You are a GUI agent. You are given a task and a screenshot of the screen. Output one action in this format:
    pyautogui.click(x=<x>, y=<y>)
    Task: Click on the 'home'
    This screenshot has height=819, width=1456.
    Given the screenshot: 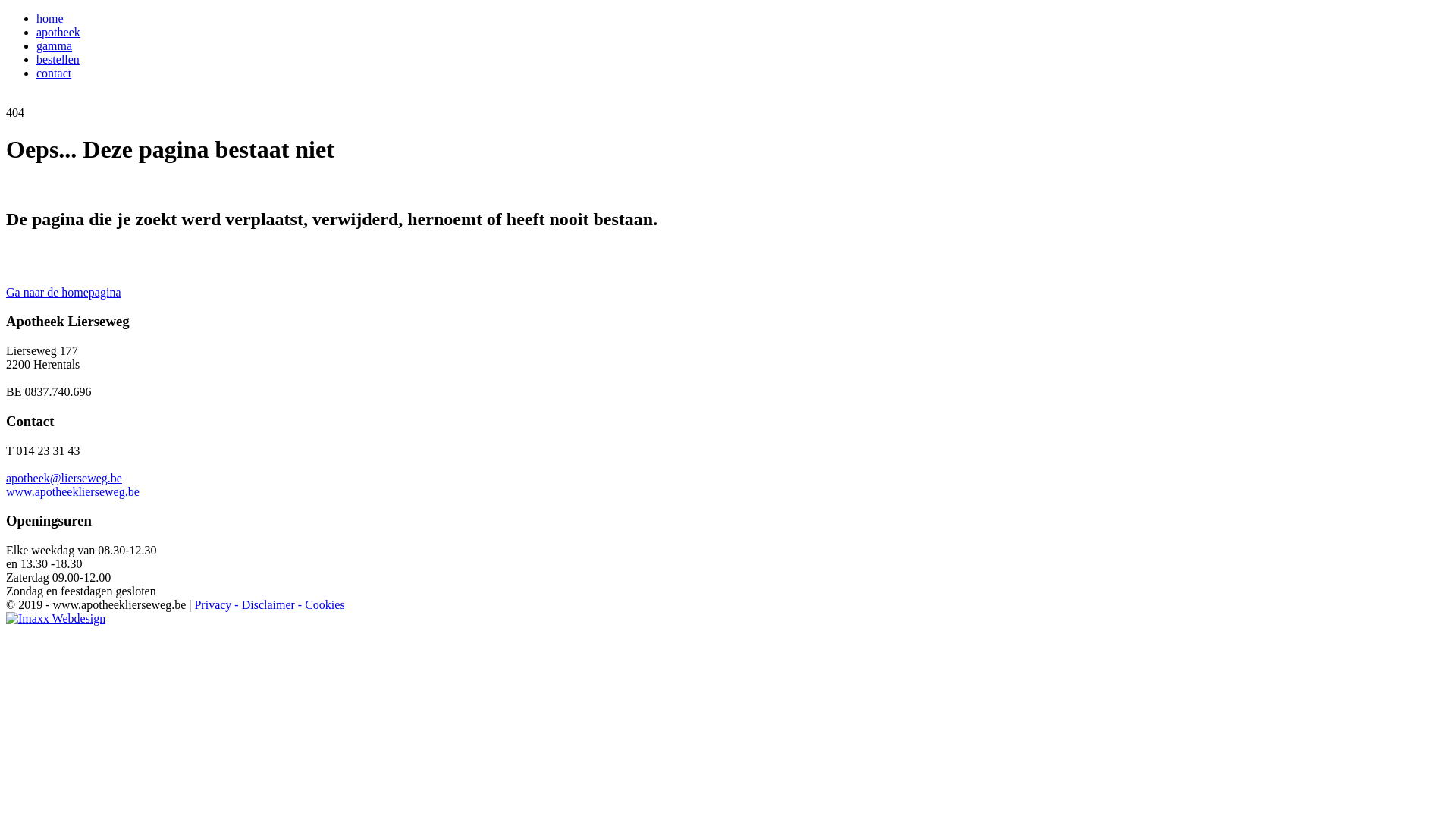 What is the action you would take?
    pyautogui.click(x=36, y=18)
    